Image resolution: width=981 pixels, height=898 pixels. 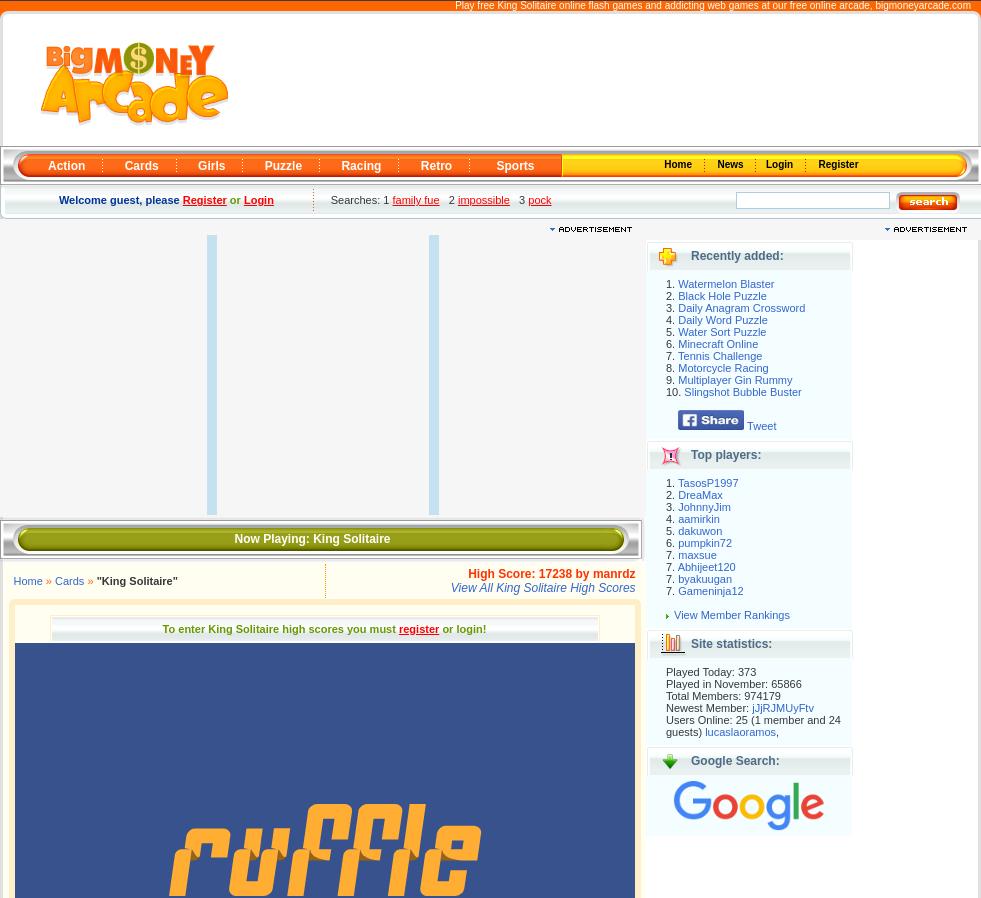 I want to click on 'Abhijeet120', so click(x=706, y=565).